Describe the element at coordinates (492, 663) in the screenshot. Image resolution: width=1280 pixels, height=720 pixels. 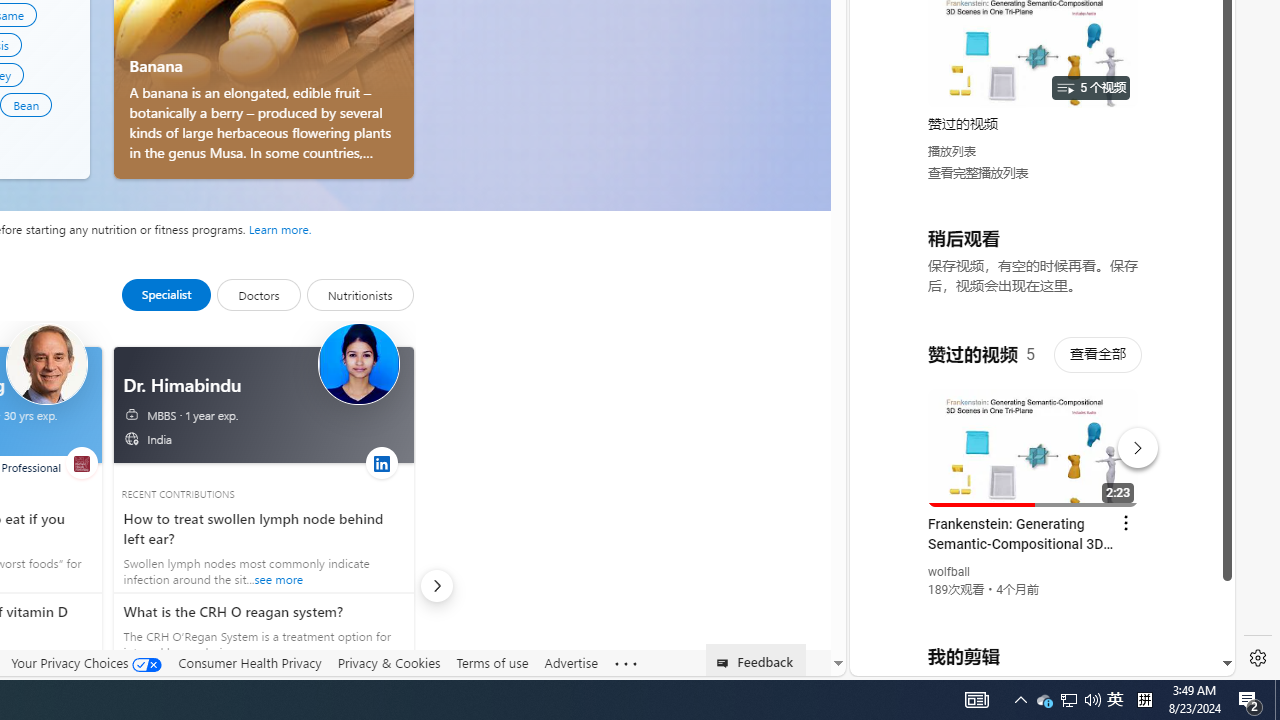
I see `'Terms of use'` at that location.